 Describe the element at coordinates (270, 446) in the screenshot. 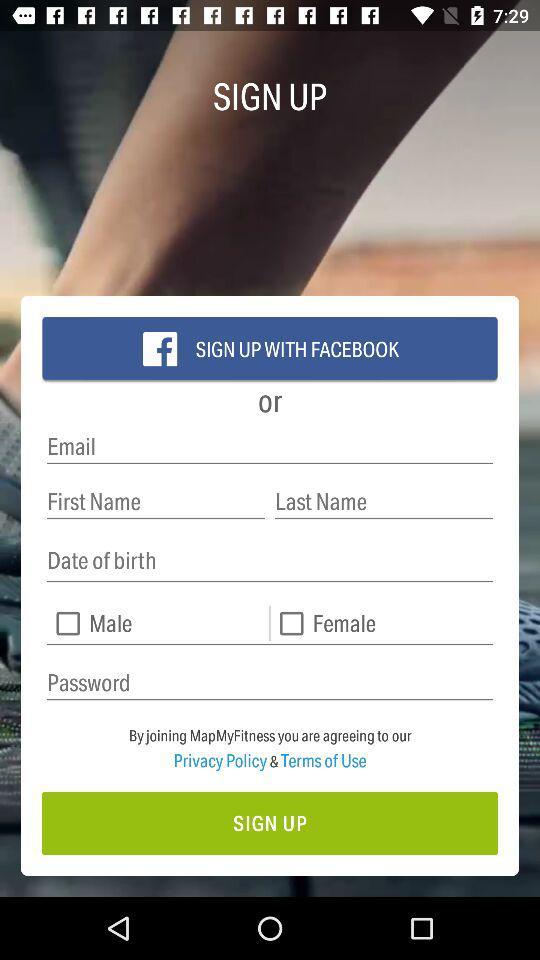

I see `email address` at that location.